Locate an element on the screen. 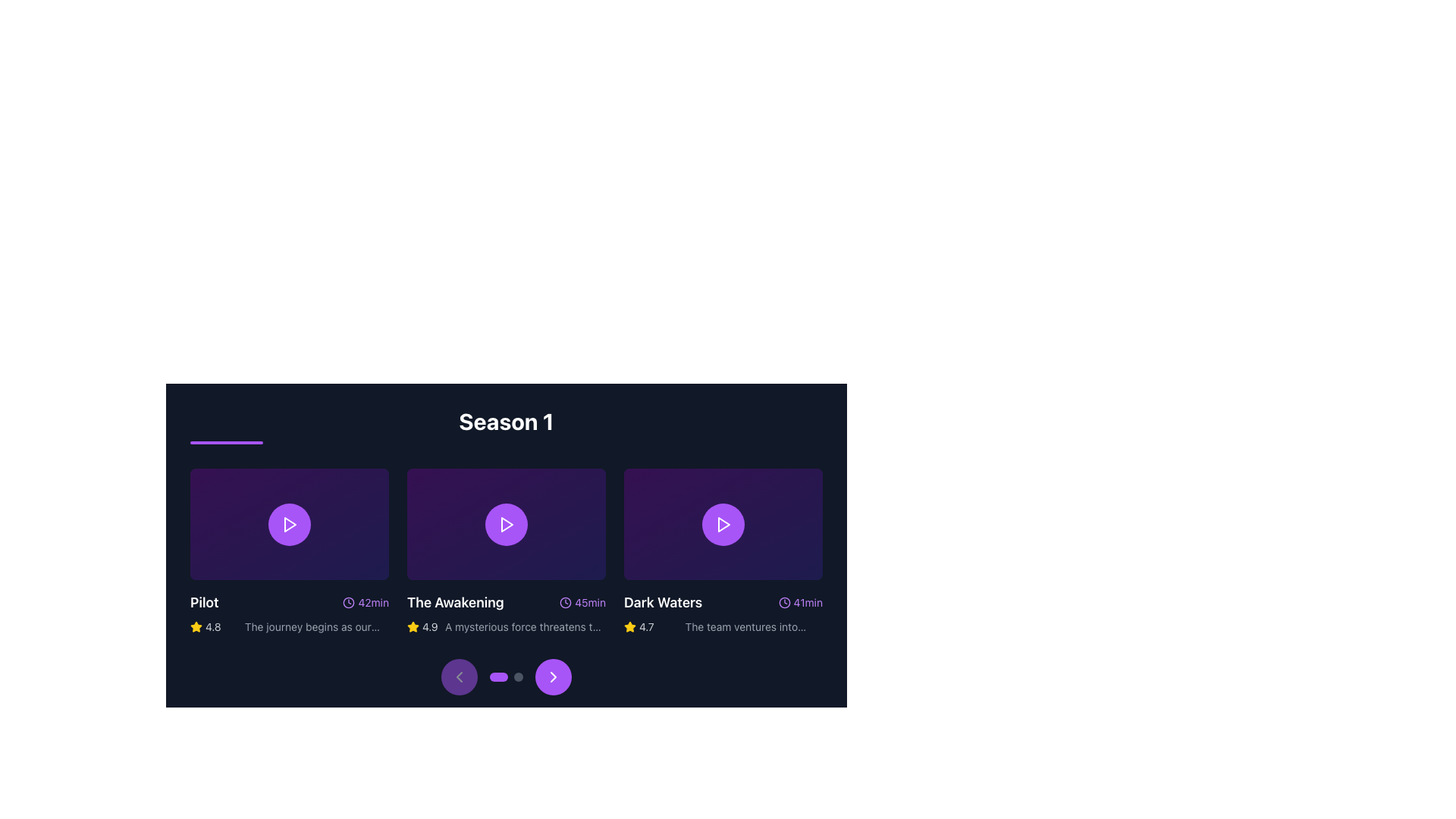  the duration label indicating '41 minutes' associated with the 'Dark Waters' entry, positioned to the right of a clock icon is located at coordinates (807, 602).